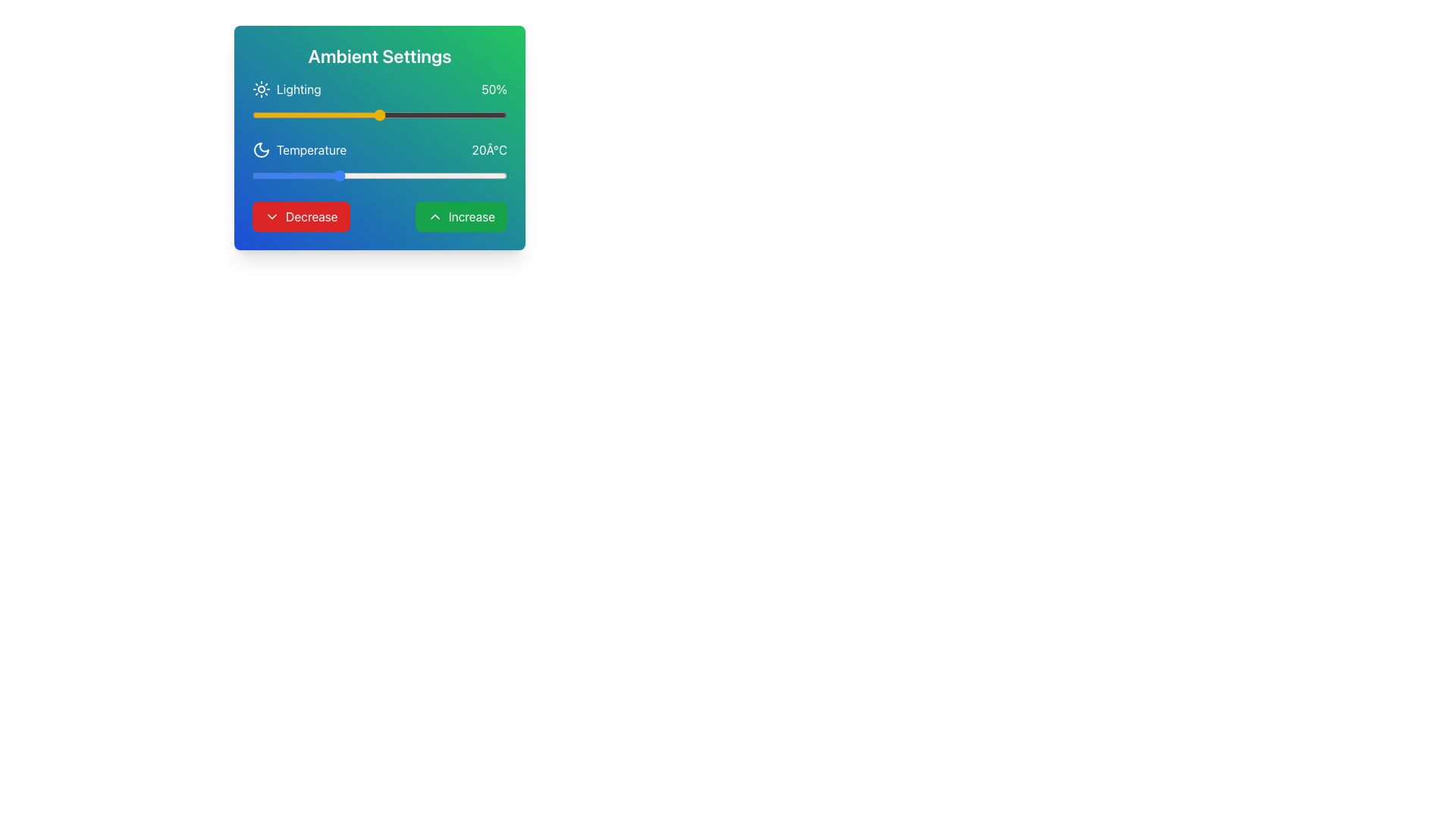  What do you see at coordinates (262, 149) in the screenshot?
I see `the small moon-shaped icon with a gray outline located next to the 'Temperature' label in the 'Ambient Settings' interface` at bounding box center [262, 149].